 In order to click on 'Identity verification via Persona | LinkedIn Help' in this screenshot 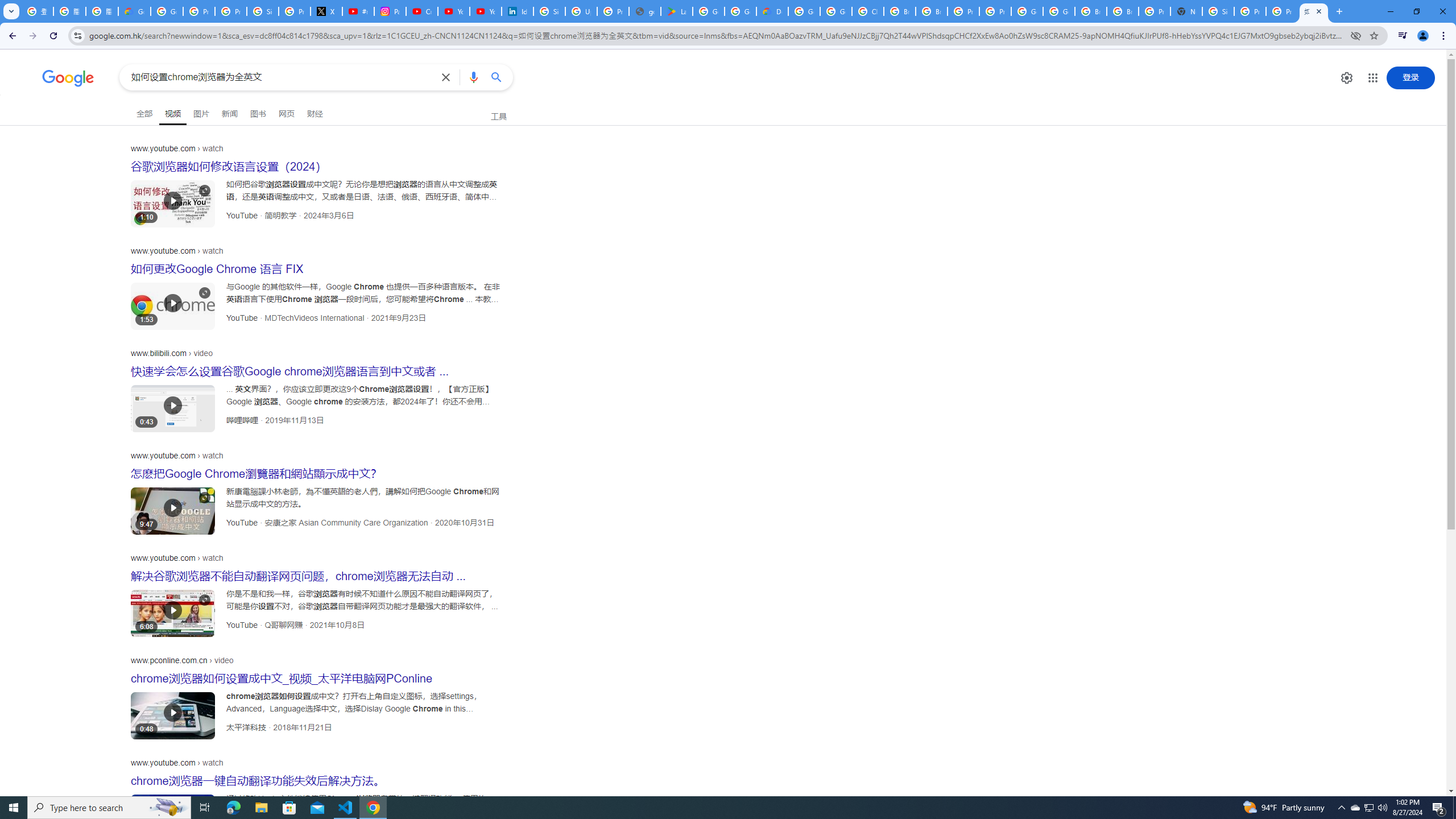, I will do `click(517, 11)`.